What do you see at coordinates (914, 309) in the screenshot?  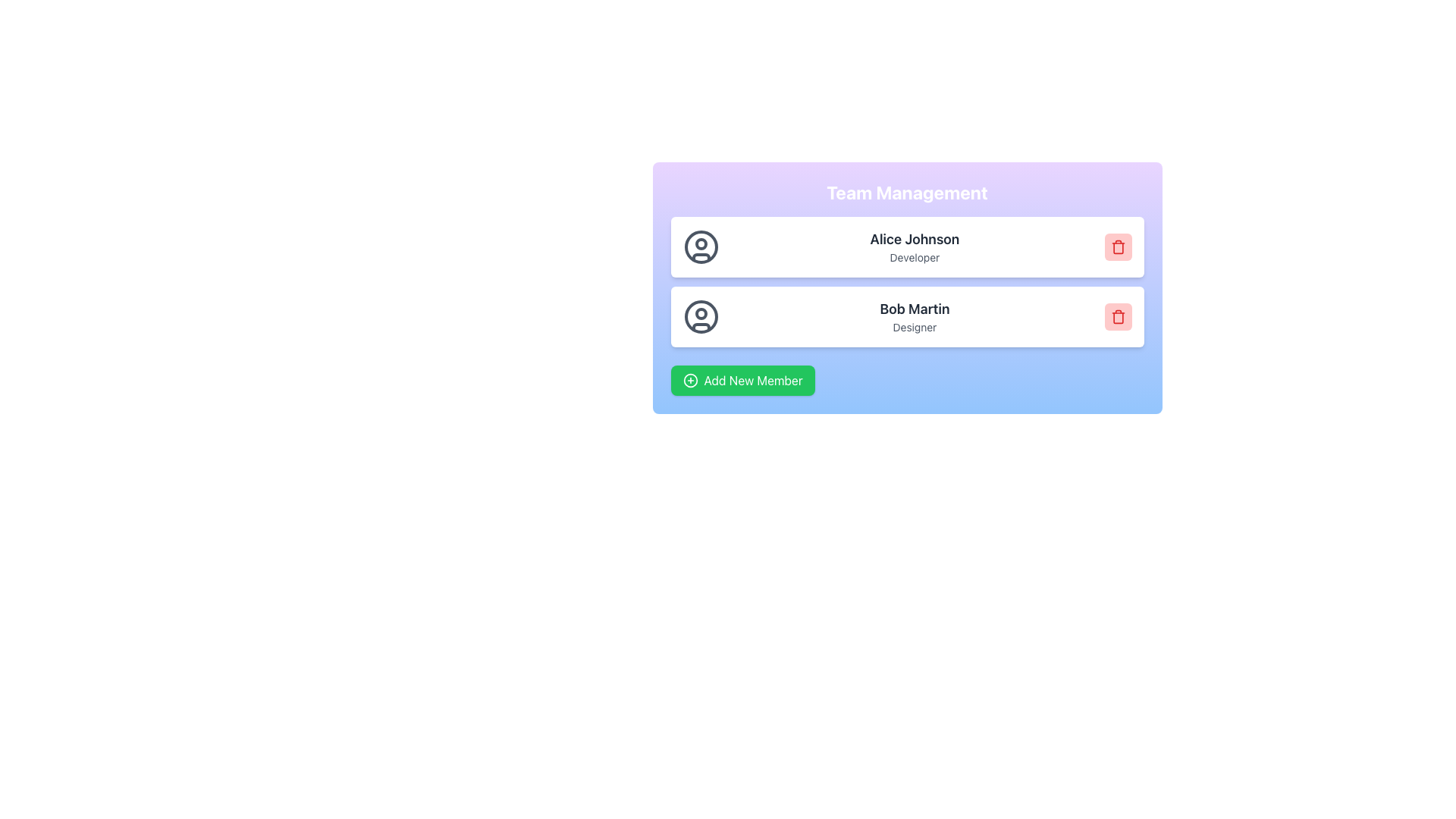 I see `text 'Bob Martin' displayed in the second card of the 'Team Management' section, positioned above the designation text 'Designer' and to the right of a user silhouette icon` at bounding box center [914, 309].